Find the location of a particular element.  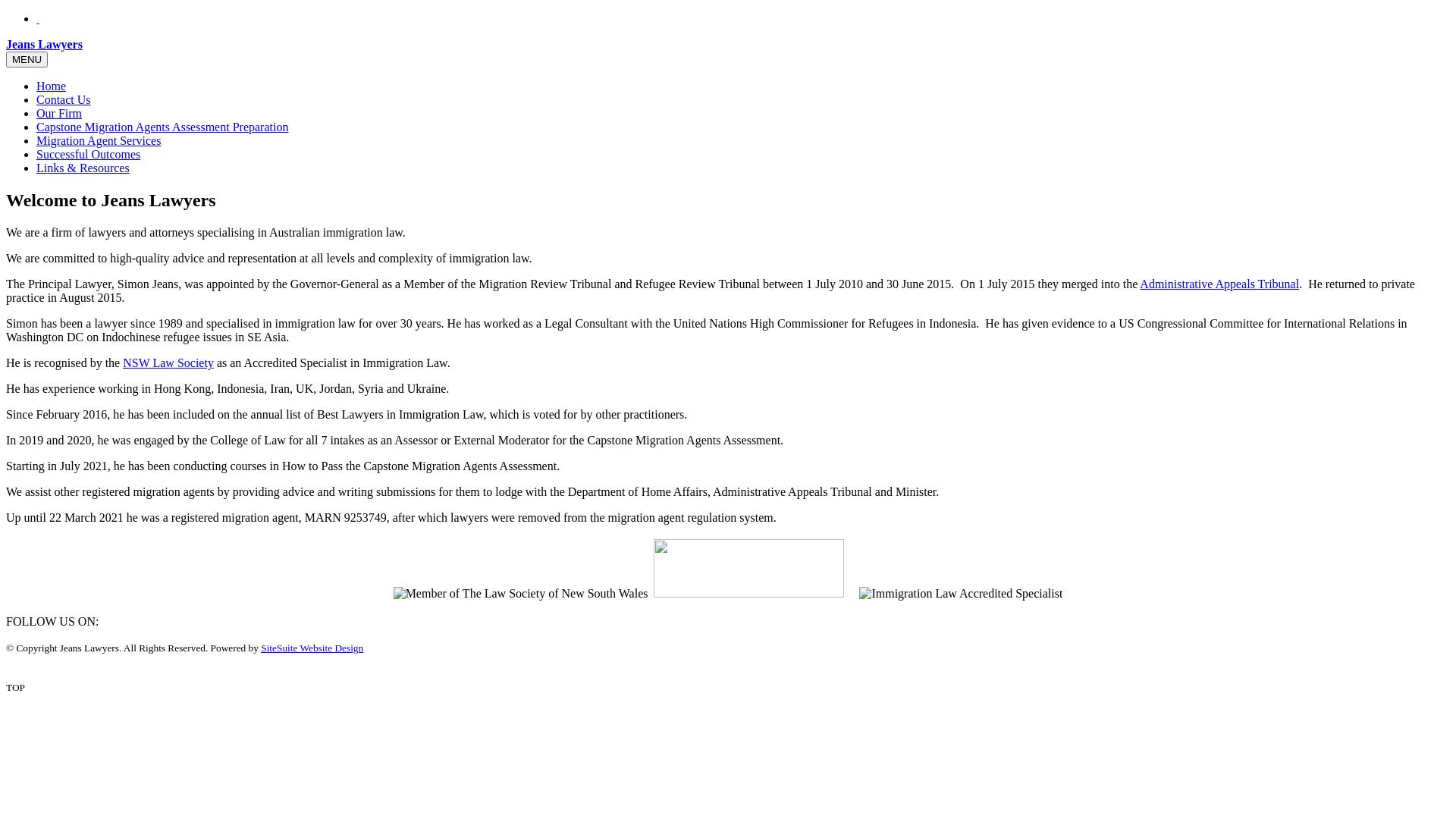

'Call Us Now' is located at coordinates (36, 18).